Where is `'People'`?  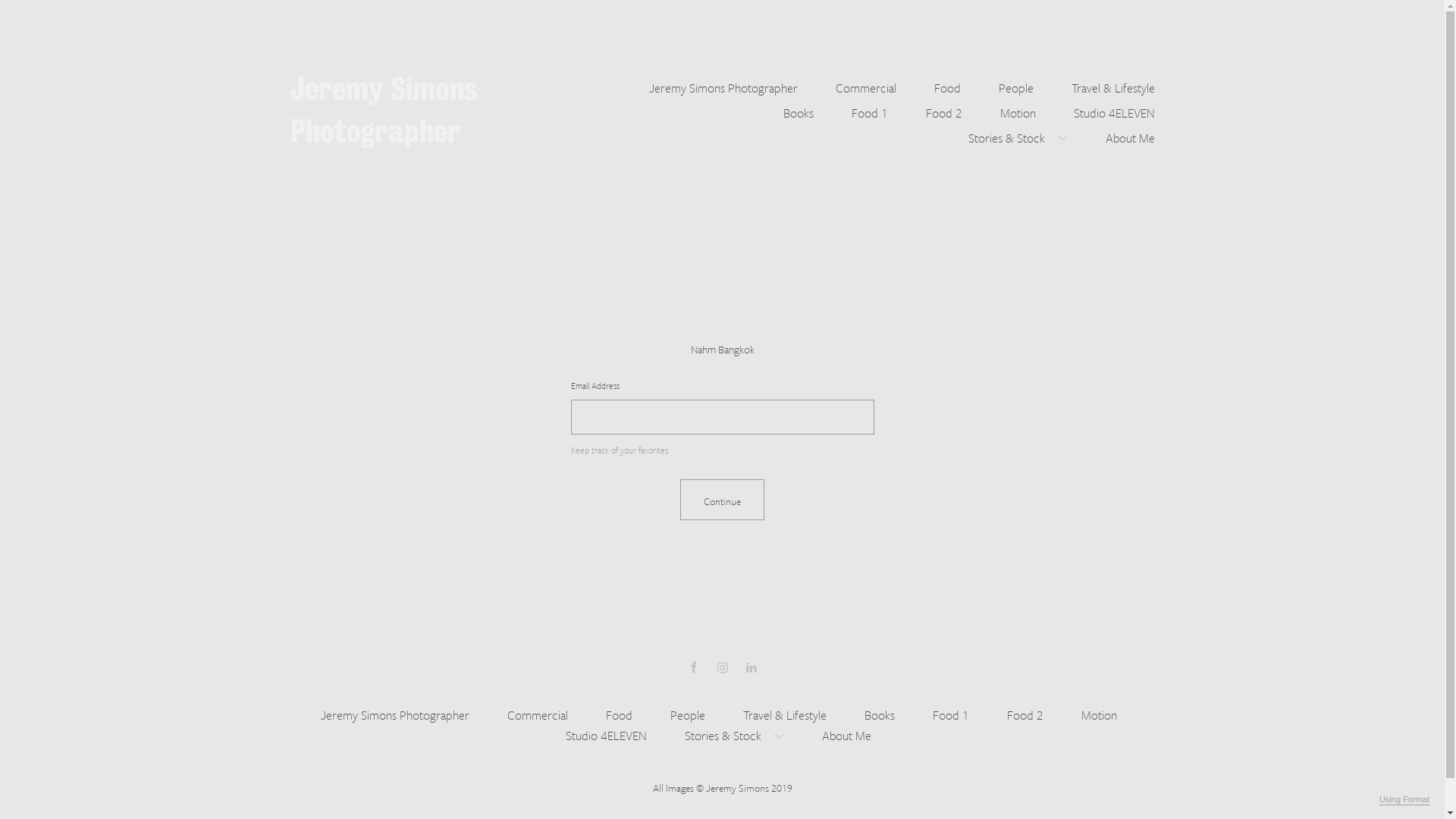 'People' is located at coordinates (669, 713).